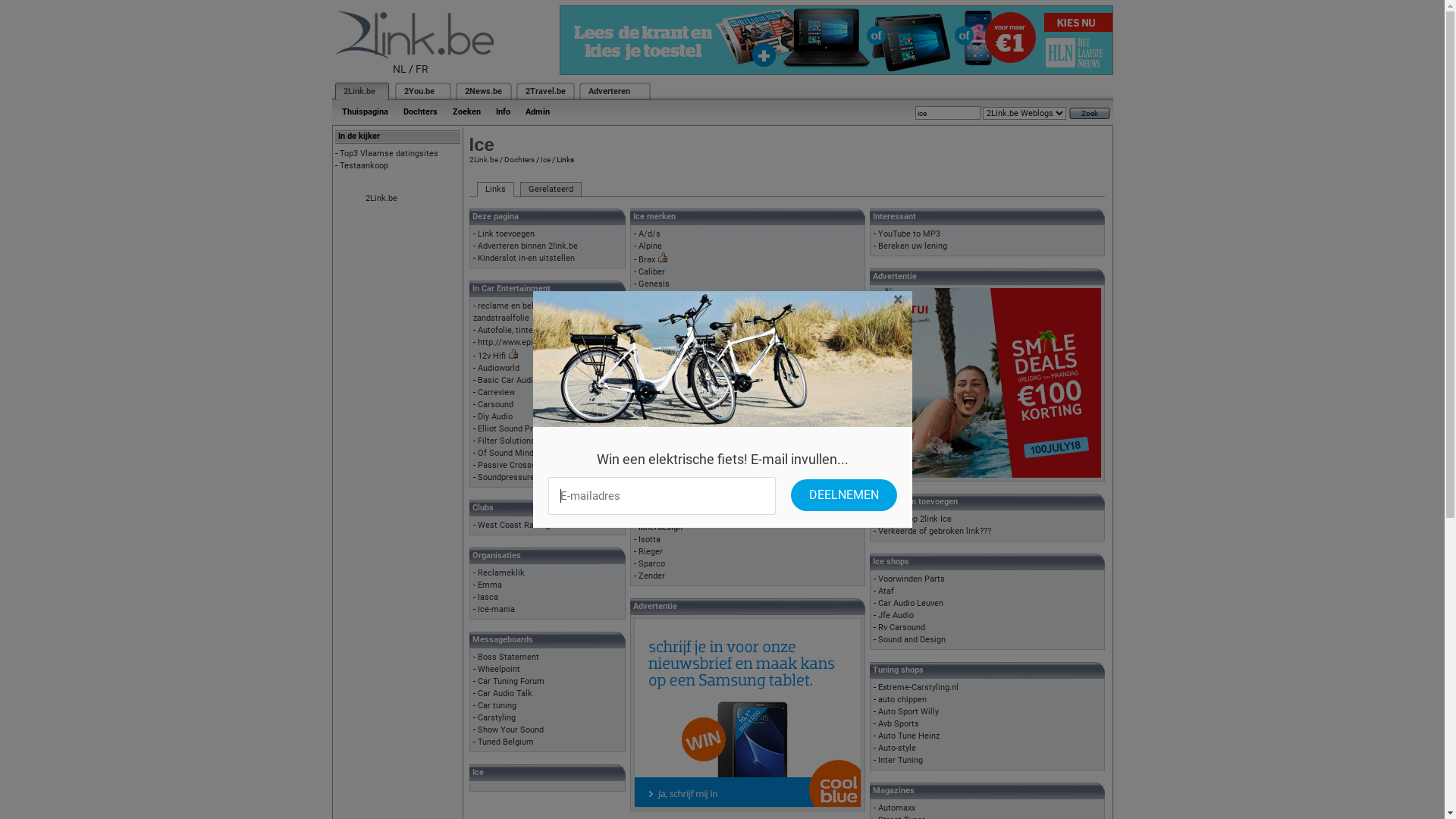 Image resolution: width=1456 pixels, height=819 pixels. I want to click on 'Zoeken', so click(465, 111).